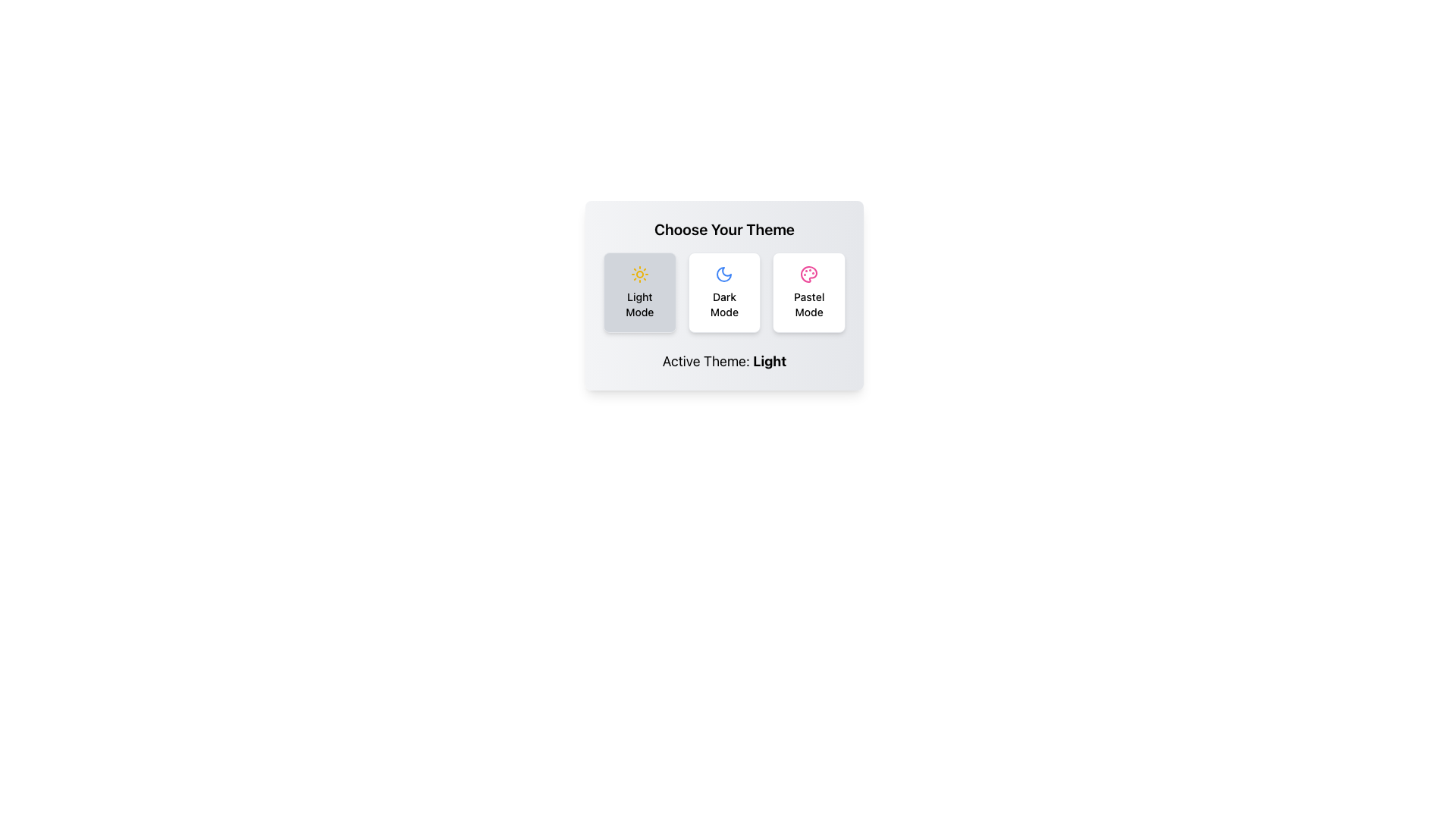 The image size is (1456, 819). What do you see at coordinates (770, 361) in the screenshot?
I see `non-interactive Text Label indicating the currently active theme located at the rightmost side of the sentence 'Active Theme: Light.'` at bounding box center [770, 361].